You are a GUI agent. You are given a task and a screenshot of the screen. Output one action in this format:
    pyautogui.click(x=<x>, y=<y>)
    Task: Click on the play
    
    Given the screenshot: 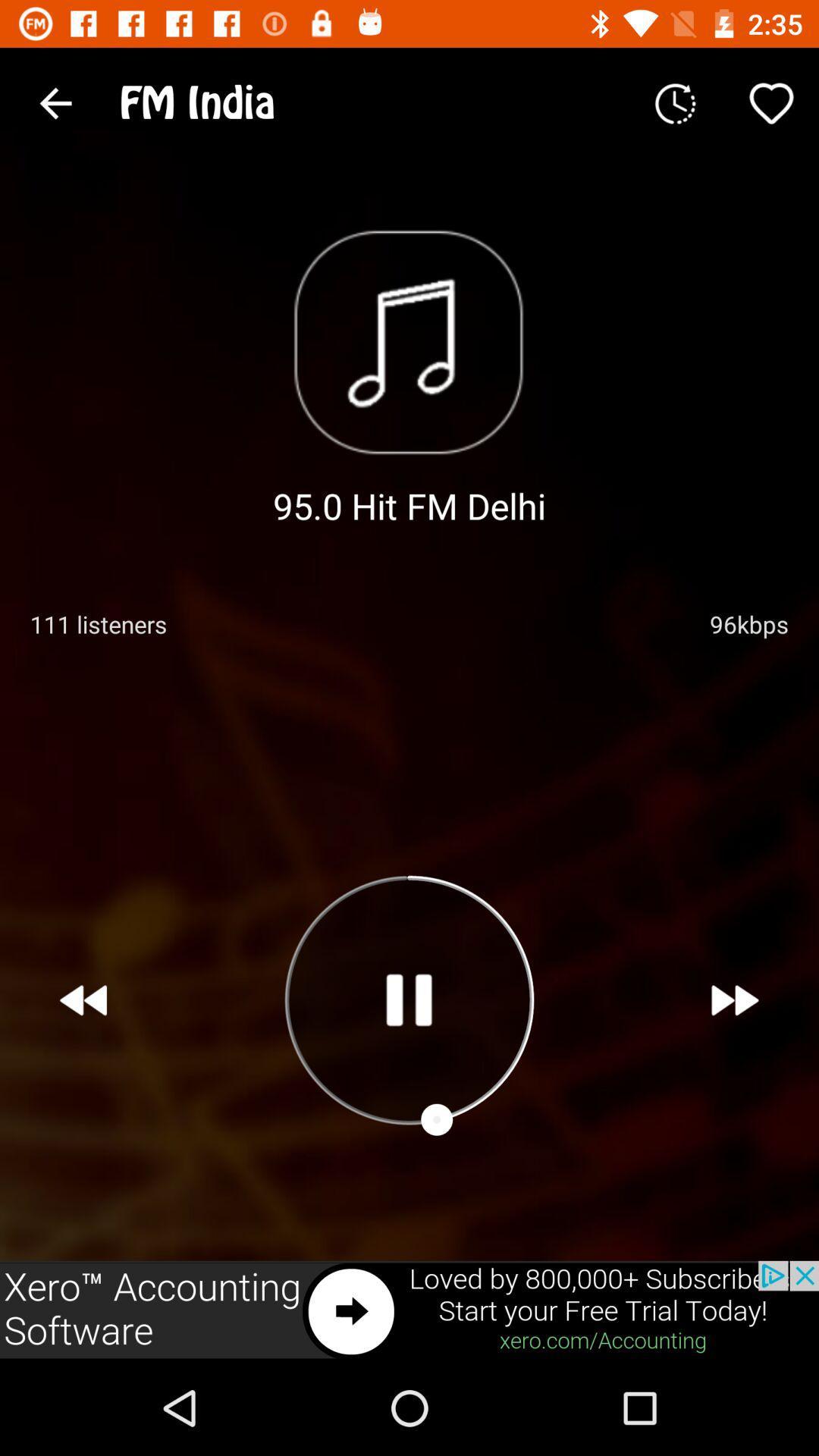 What is the action you would take?
    pyautogui.click(x=408, y=999)
    